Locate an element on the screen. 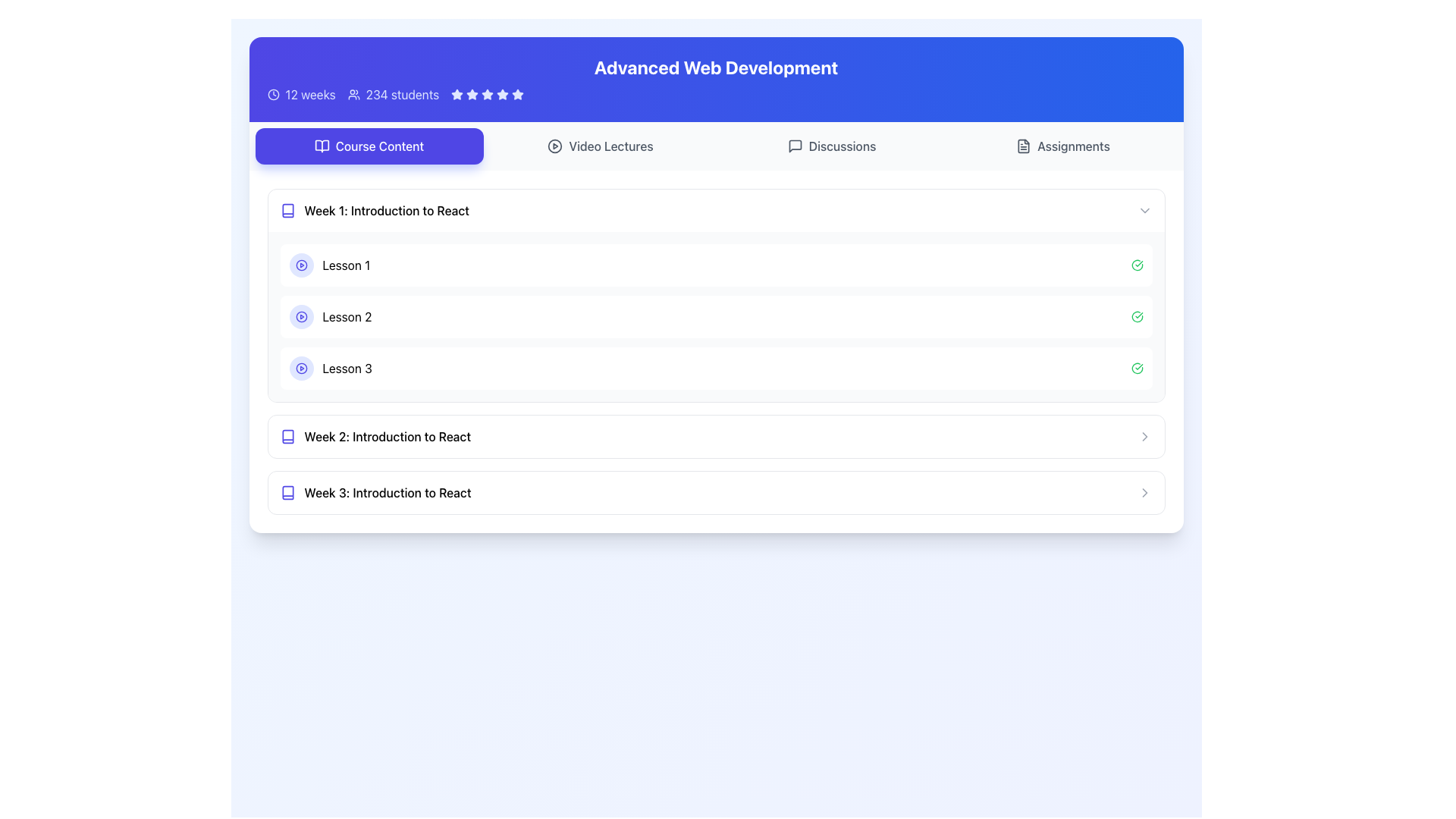 Image resolution: width=1456 pixels, height=819 pixels. the circular play button with an embedded icon for Lesson 3, located under 'Week 1: Introduction to React' is located at coordinates (301, 369).